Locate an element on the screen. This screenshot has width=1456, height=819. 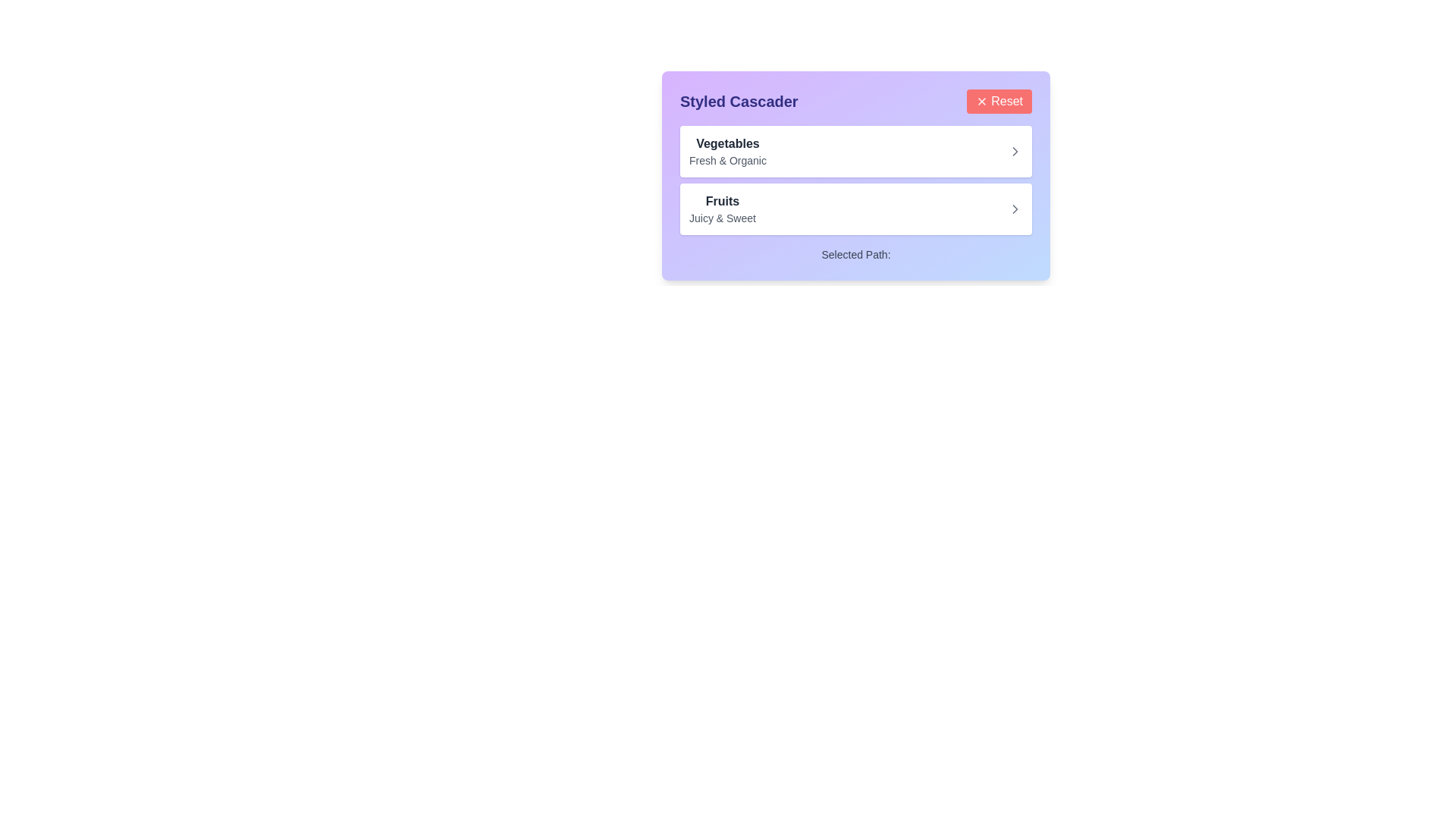
the right-facing chevron icon, which is part of the navigation for 'Vegetables Fresh & Organic' is located at coordinates (1015, 152).